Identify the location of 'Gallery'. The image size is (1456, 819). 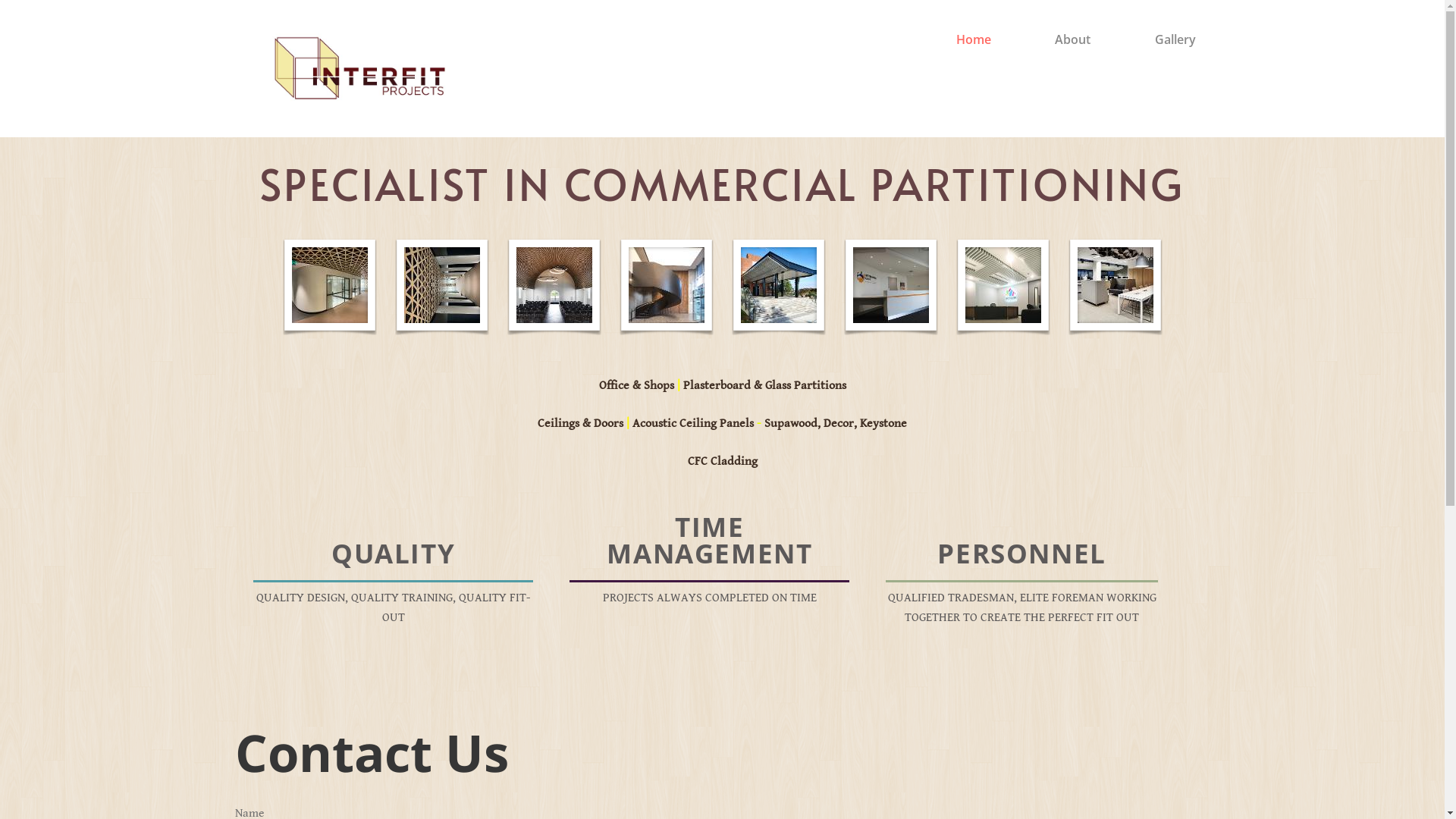
(1153, 38).